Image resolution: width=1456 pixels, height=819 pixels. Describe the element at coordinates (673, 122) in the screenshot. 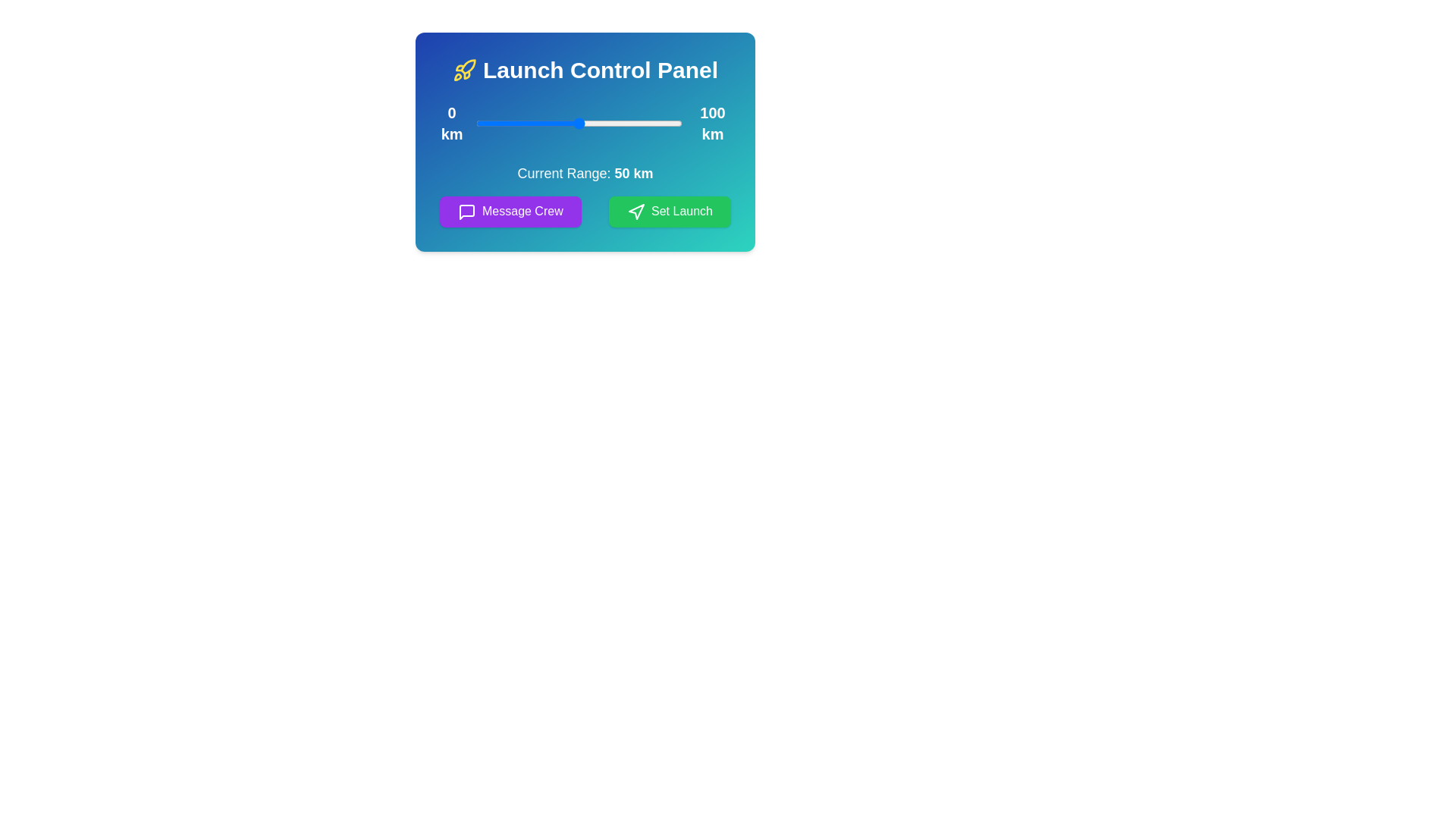

I see `the range slider to 96 km` at that location.